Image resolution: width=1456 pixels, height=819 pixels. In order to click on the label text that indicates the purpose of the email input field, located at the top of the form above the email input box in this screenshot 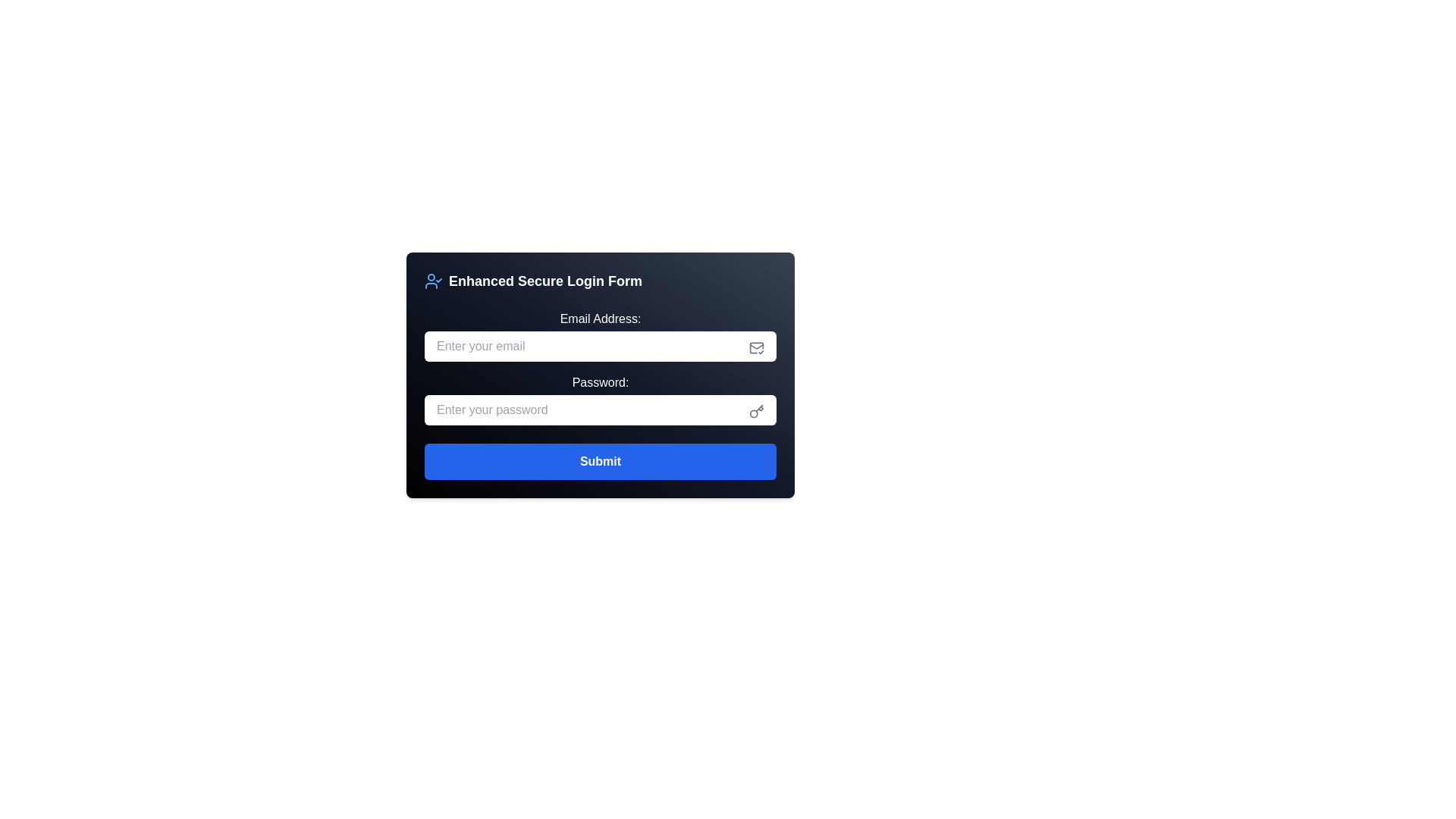, I will do `click(600, 318)`.